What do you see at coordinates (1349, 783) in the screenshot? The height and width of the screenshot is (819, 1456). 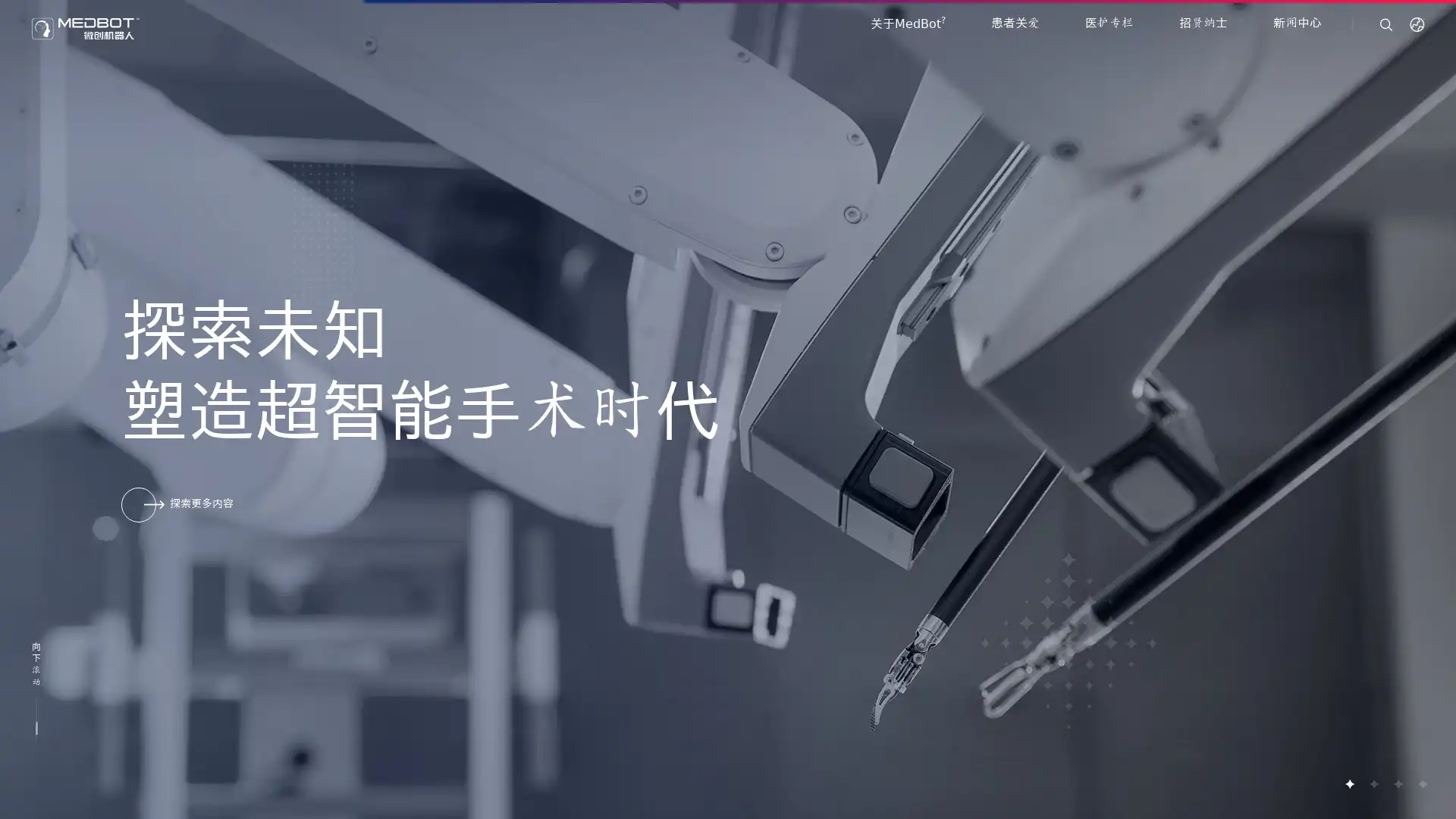 I see `Go to slide 1` at bounding box center [1349, 783].